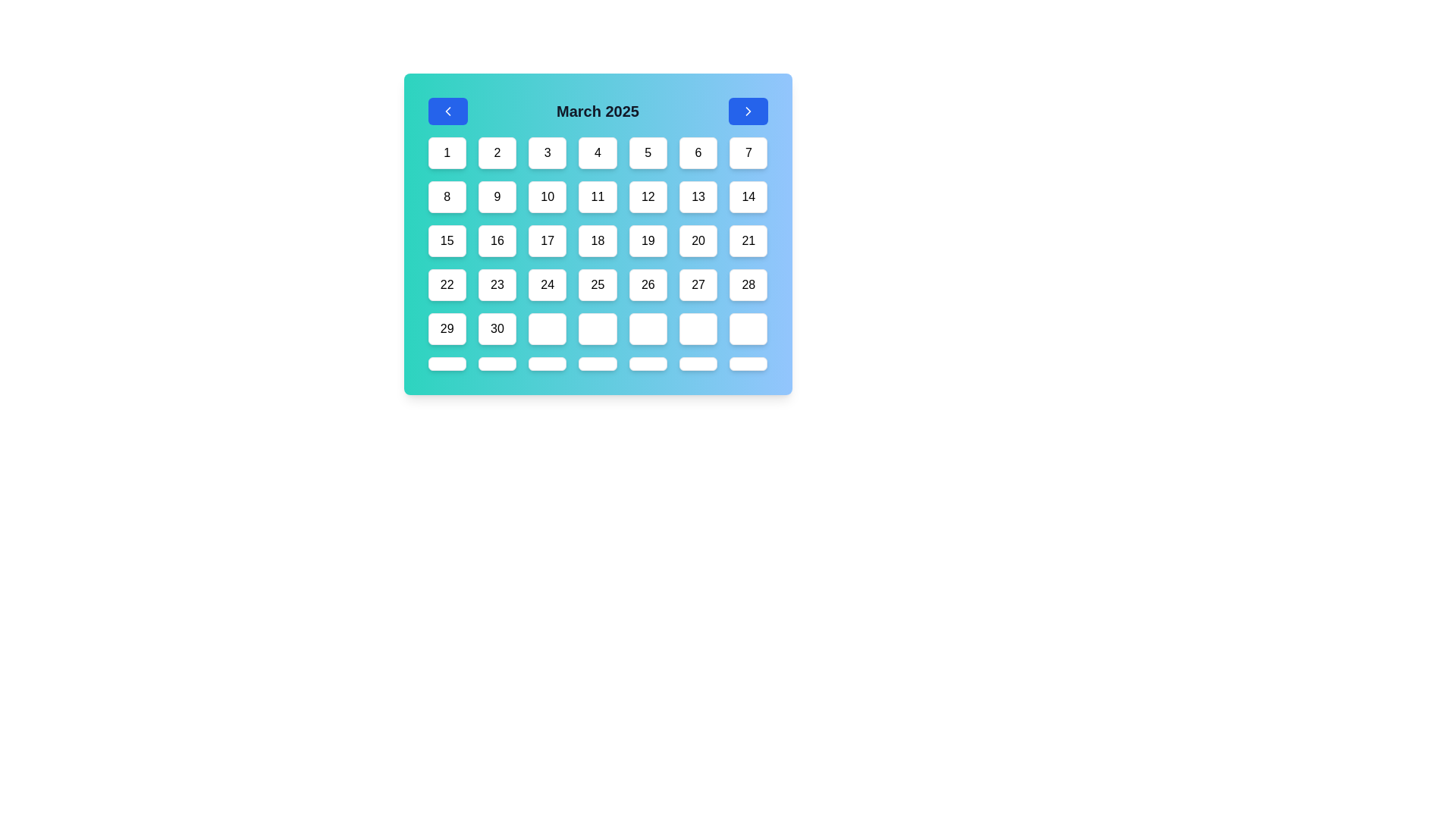 The width and height of the screenshot is (1456, 819). I want to click on the placeholder element located in the bottom row of the grid, specifically the third element from the left, so click(547, 363).